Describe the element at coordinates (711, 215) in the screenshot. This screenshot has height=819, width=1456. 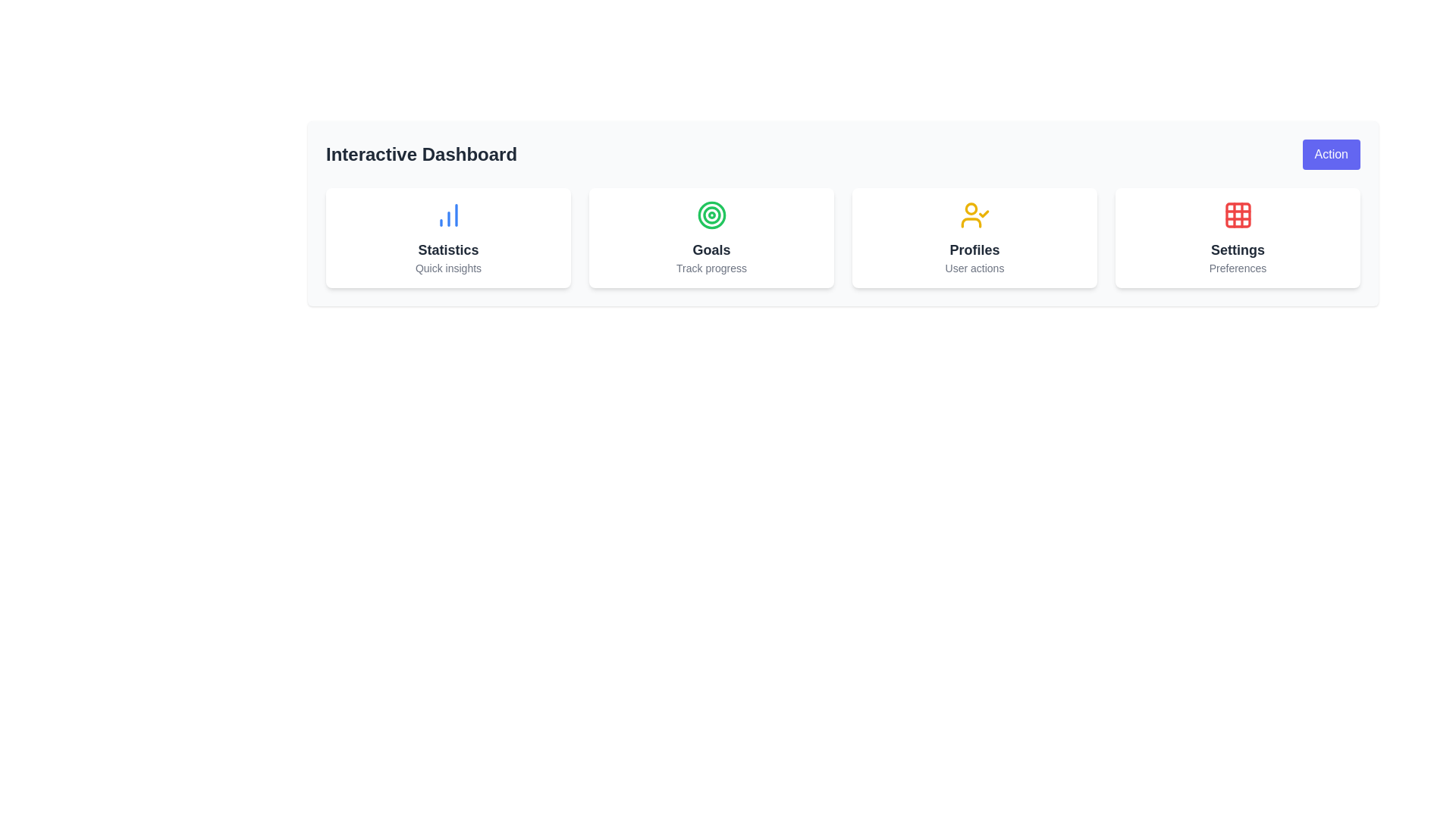
I see `the 'Goals' icon located at the top-center of the Goals card that signifies a target or objective` at that location.